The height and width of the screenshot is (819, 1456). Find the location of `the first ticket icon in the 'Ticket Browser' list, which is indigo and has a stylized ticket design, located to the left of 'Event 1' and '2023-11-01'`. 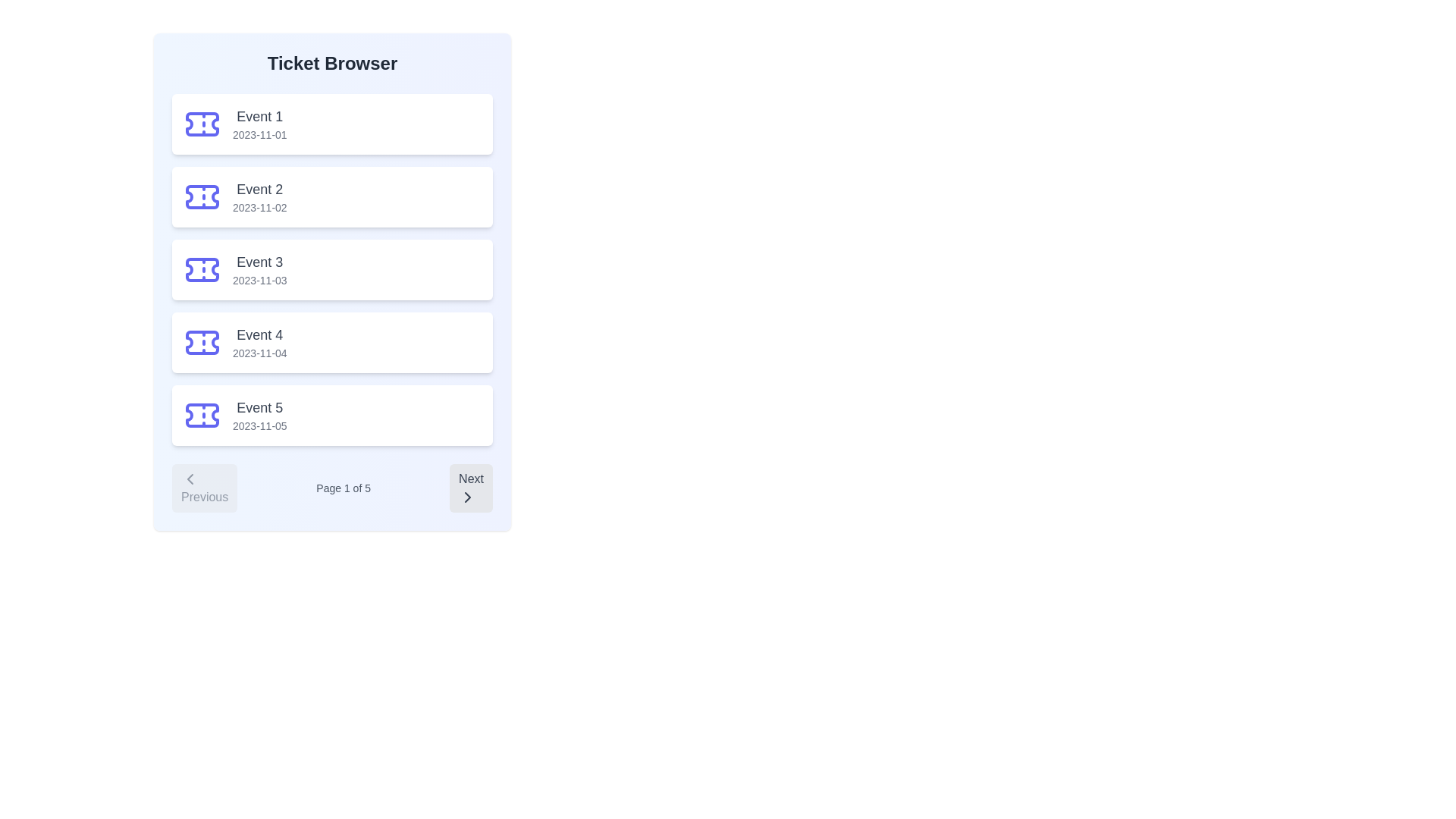

the first ticket icon in the 'Ticket Browser' list, which is indigo and has a stylized ticket design, located to the left of 'Event 1' and '2023-11-01' is located at coordinates (202, 124).